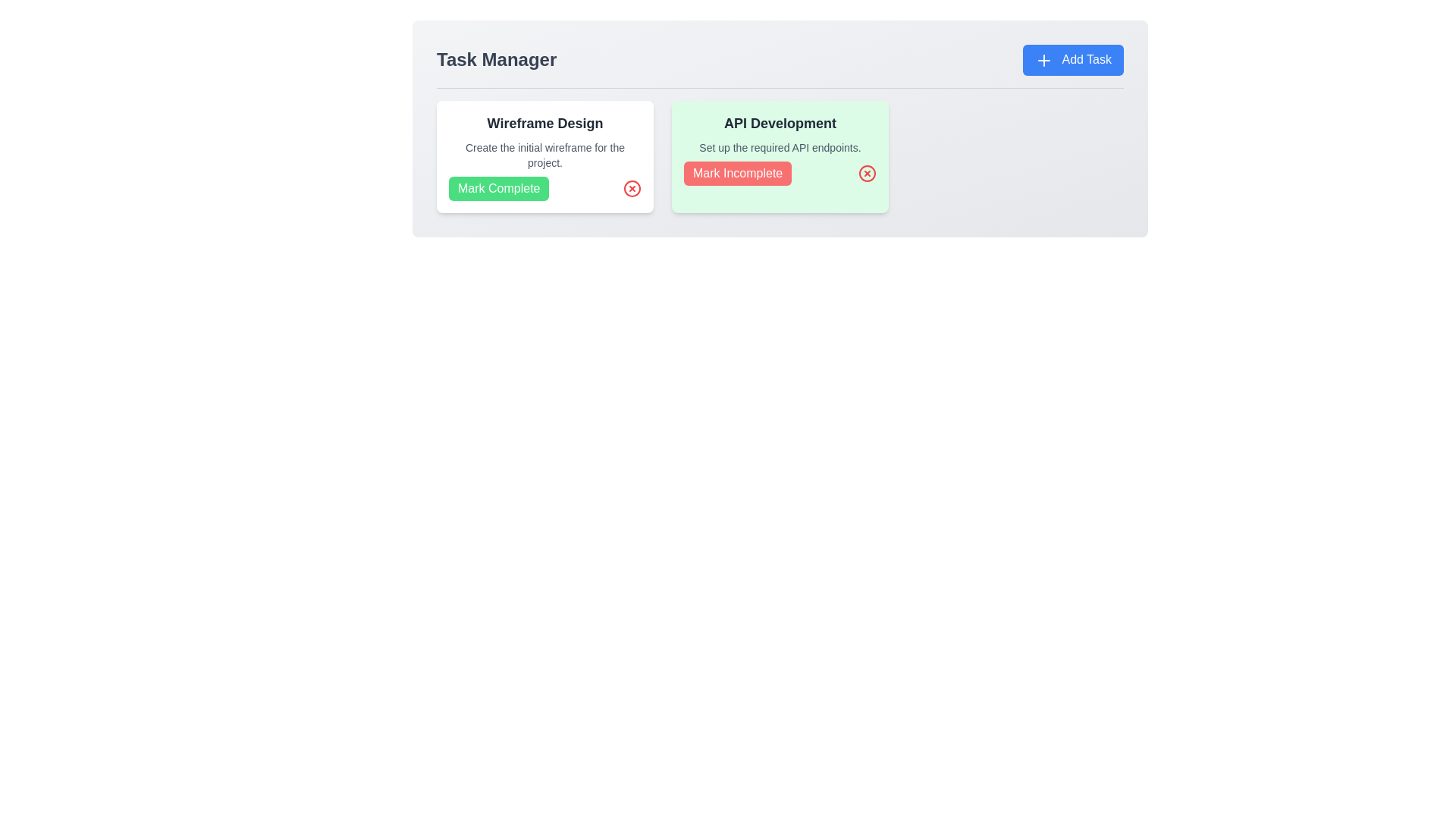 This screenshot has width=1456, height=819. What do you see at coordinates (545, 187) in the screenshot?
I see `the green rectangular button labeled 'Mark Complete' to change its background color` at bounding box center [545, 187].